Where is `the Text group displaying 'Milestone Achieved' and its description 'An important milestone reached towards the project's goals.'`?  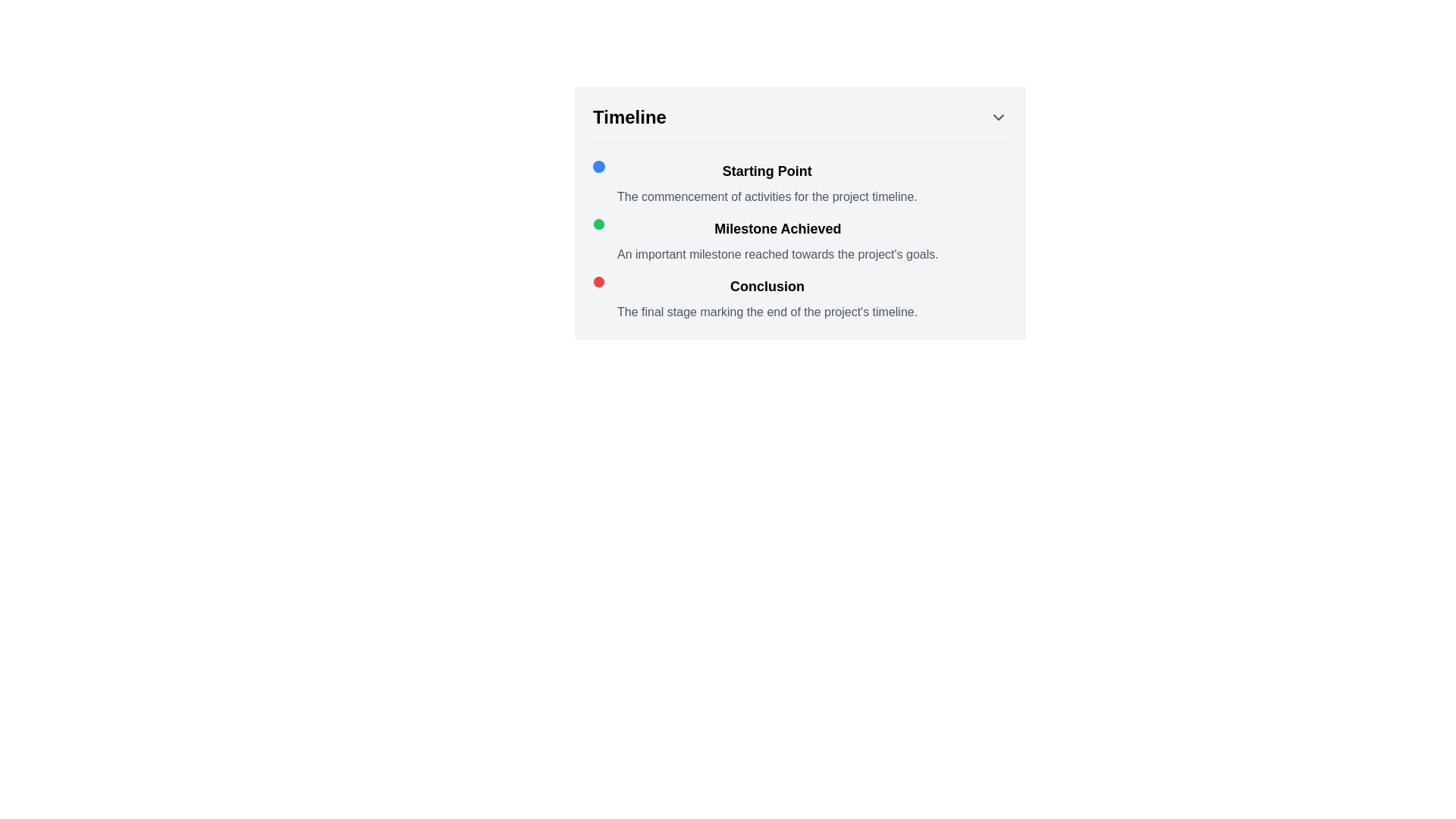 the Text group displaying 'Milestone Achieved' and its description 'An important milestone reached towards the project's goals.' is located at coordinates (777, 240).